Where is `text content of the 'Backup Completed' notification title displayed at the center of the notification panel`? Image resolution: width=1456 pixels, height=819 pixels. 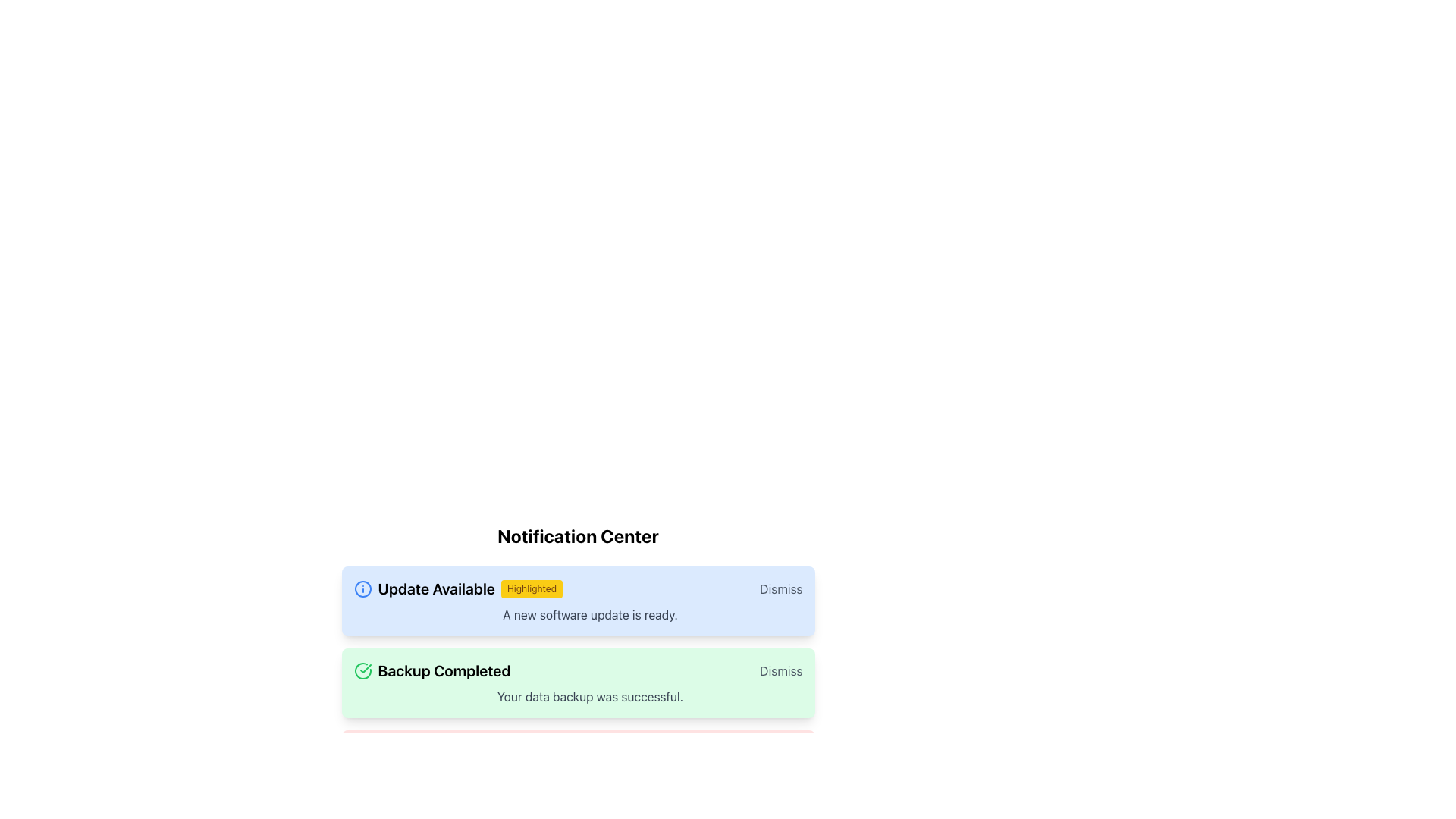 text content of the 'Backup Completed' notification title displayed at the center of the notification panel is located at coordinates (443, 670).